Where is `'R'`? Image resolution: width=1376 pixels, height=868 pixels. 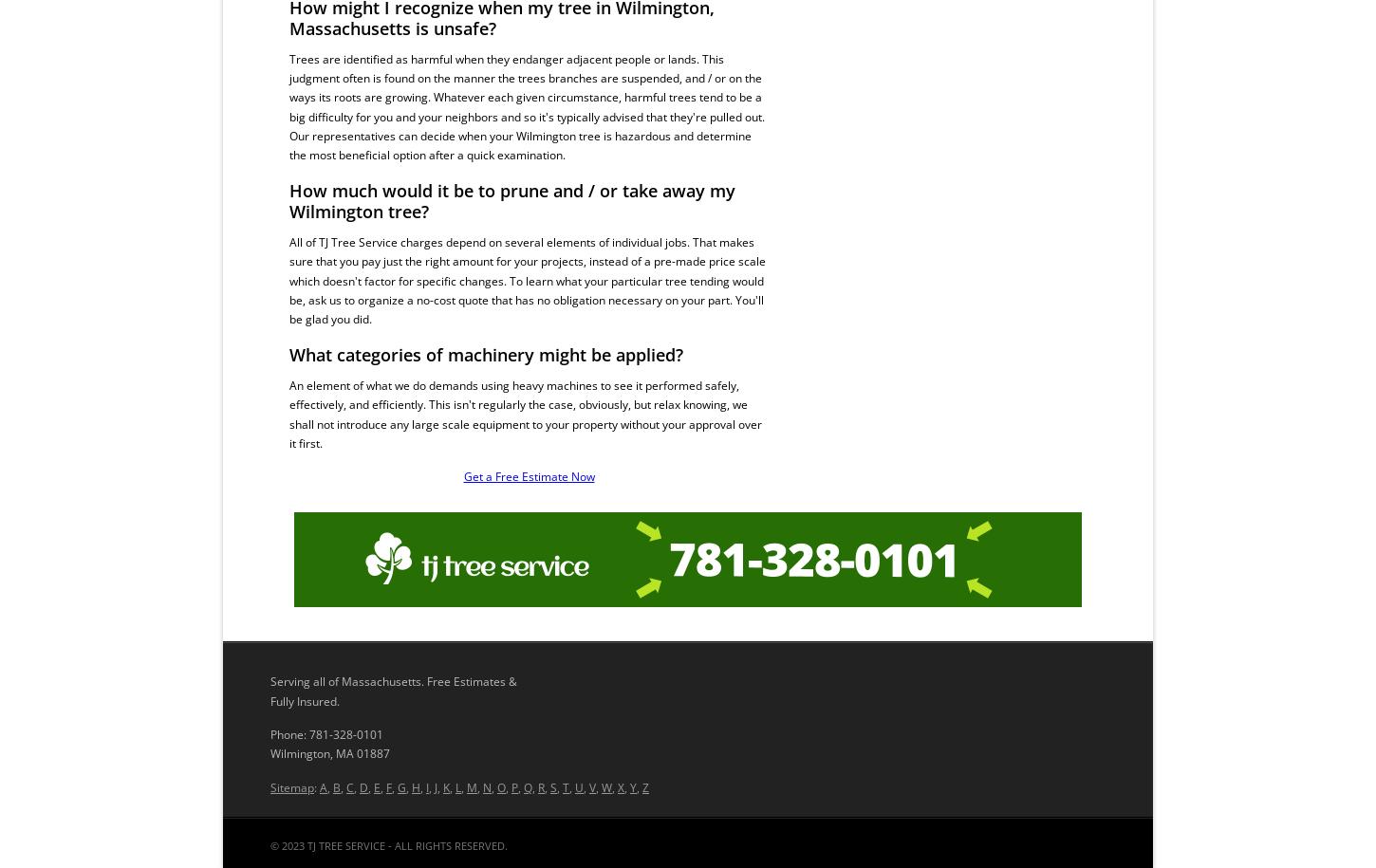
'R' is located at coordinates (541, 786).